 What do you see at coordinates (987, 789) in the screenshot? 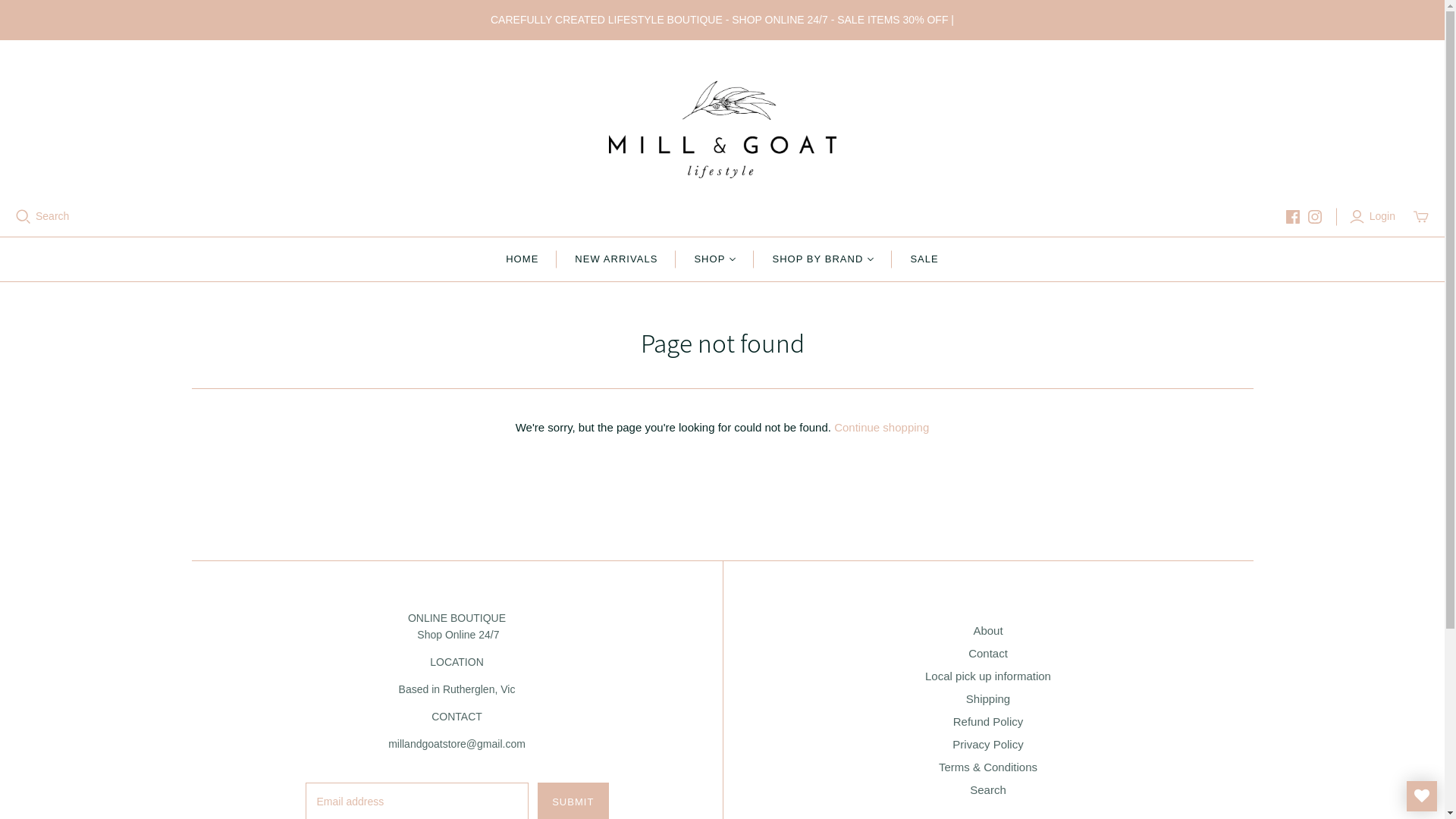
I see `'Search'` at bounding box center [987, 789].